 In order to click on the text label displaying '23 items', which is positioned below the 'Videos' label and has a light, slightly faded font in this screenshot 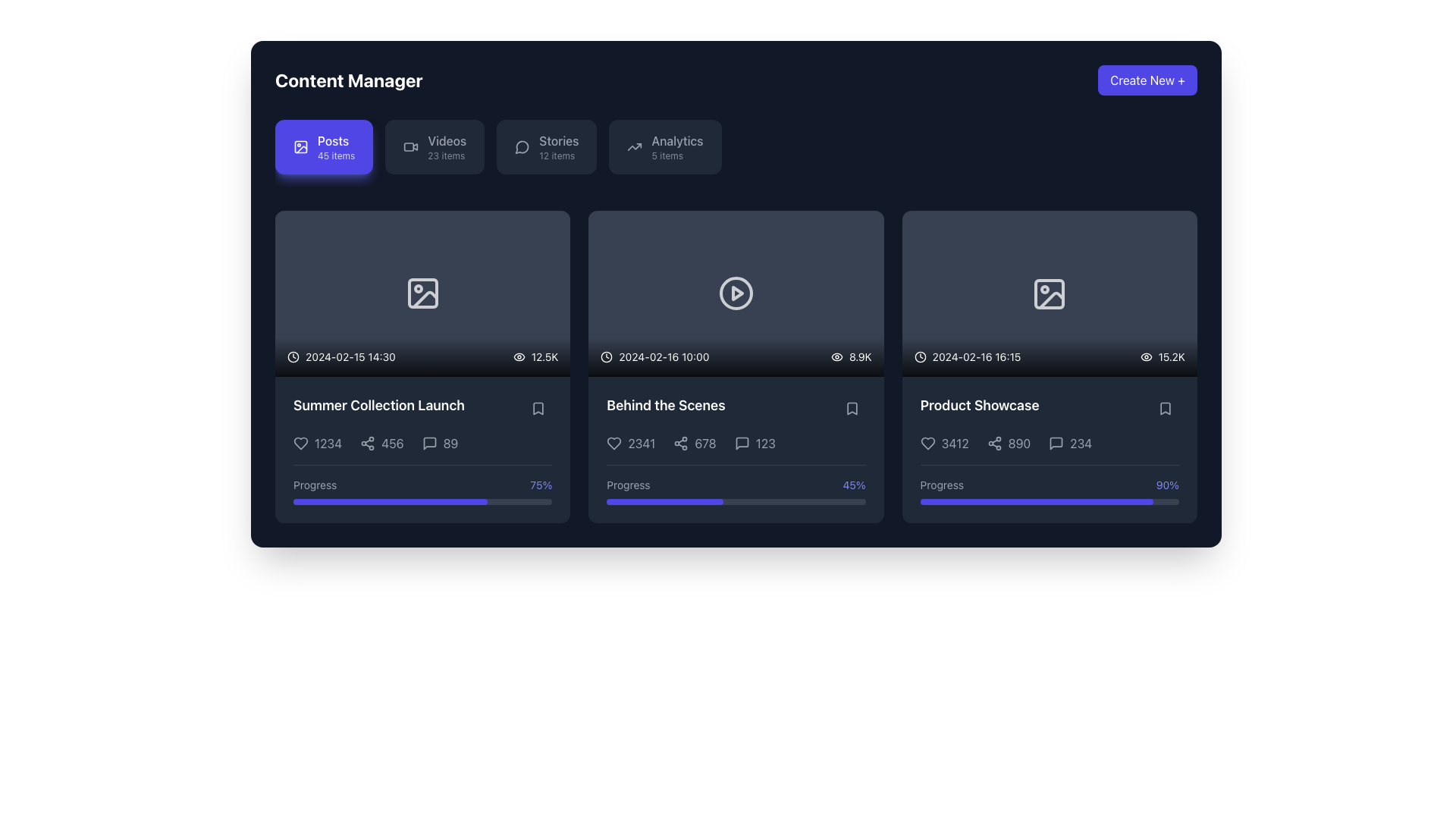, I will do `click(445, 155)`.